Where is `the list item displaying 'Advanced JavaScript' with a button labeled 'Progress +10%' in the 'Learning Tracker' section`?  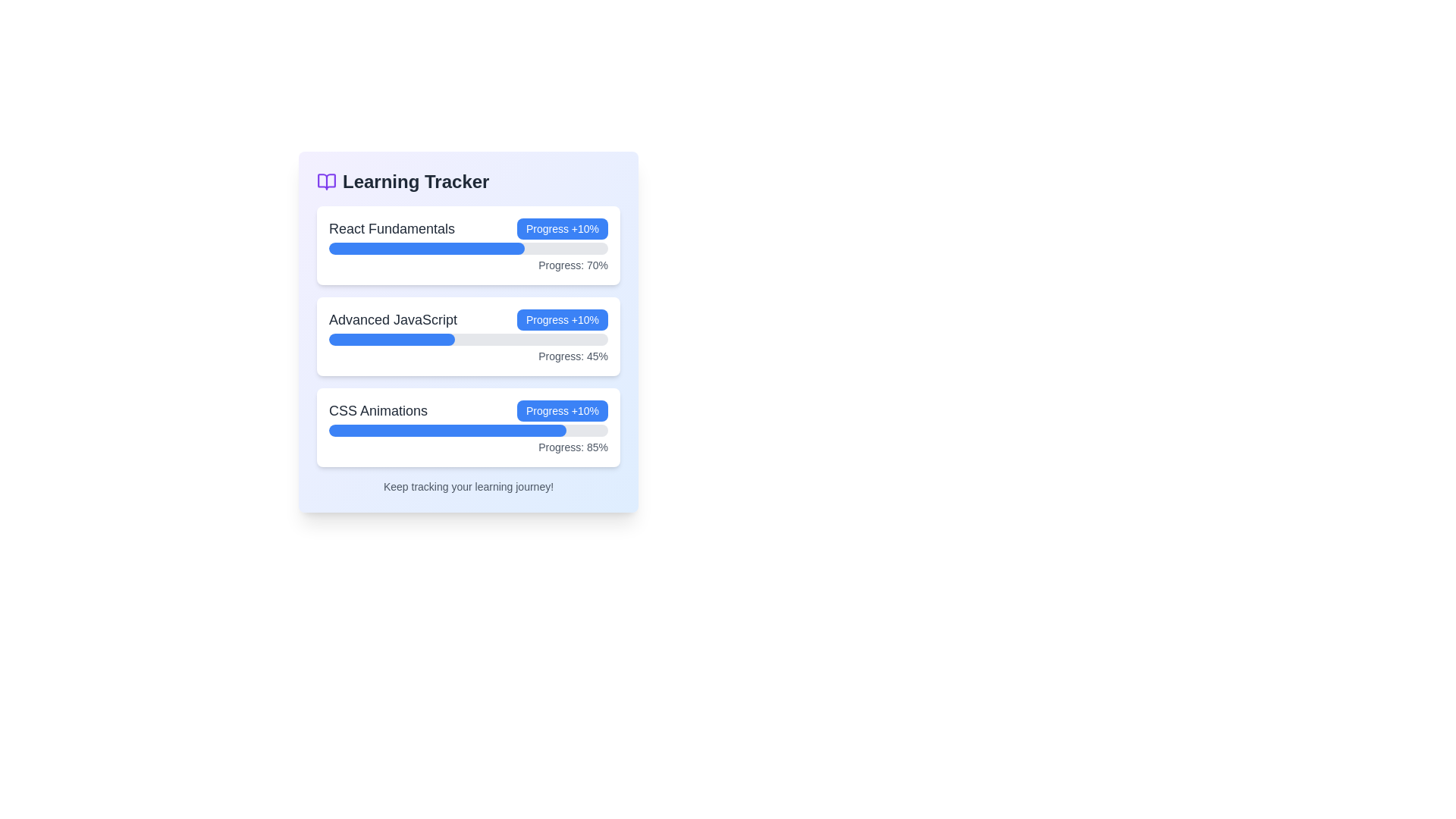
the list item displaying 'Advanced JavaScript' with a button labeled 'Progress +10%' in the 'Learning Tracker' section is located at coordinates (468, 318).